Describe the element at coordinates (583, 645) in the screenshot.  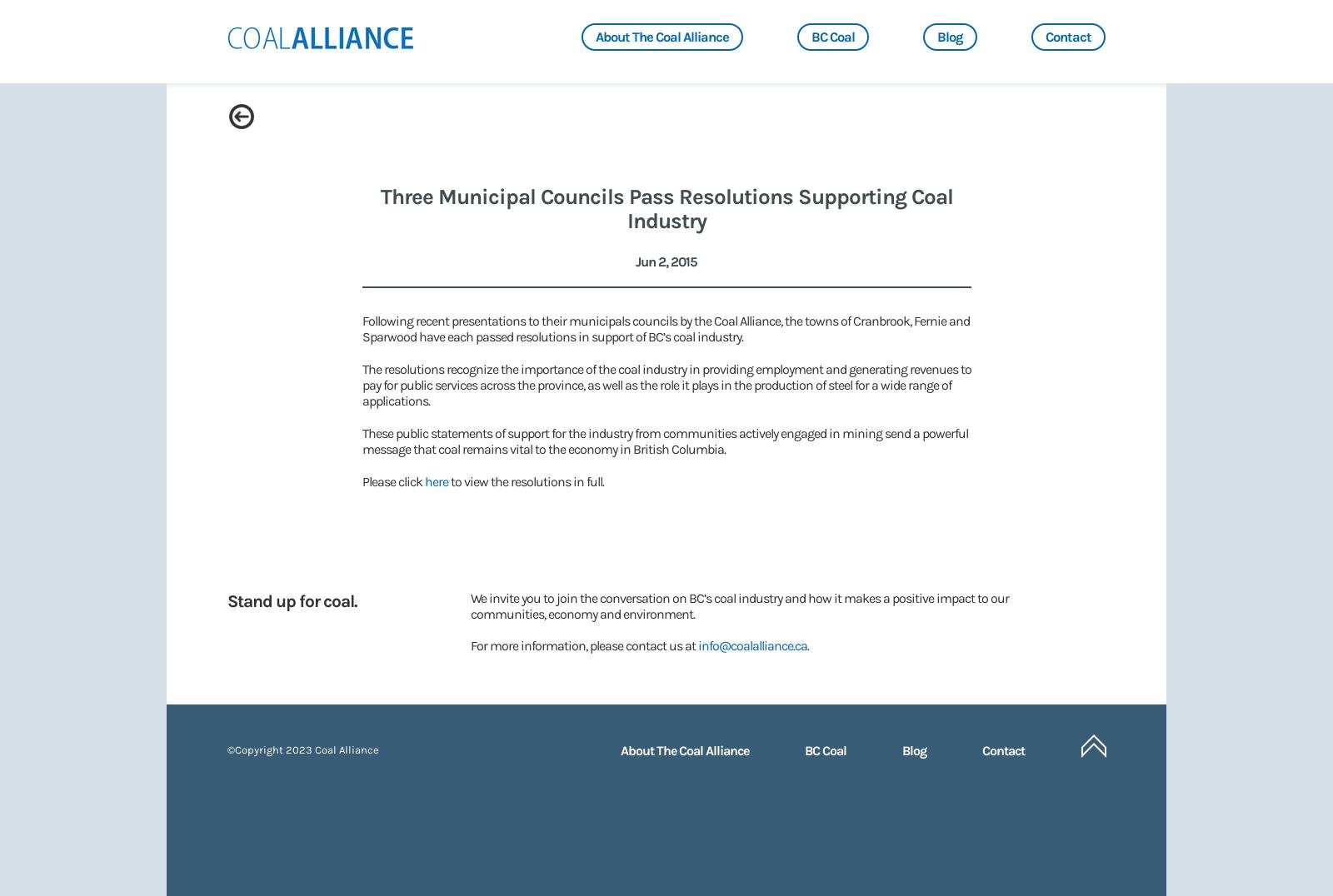
I see `'For more information, please contact us at'` at that location.